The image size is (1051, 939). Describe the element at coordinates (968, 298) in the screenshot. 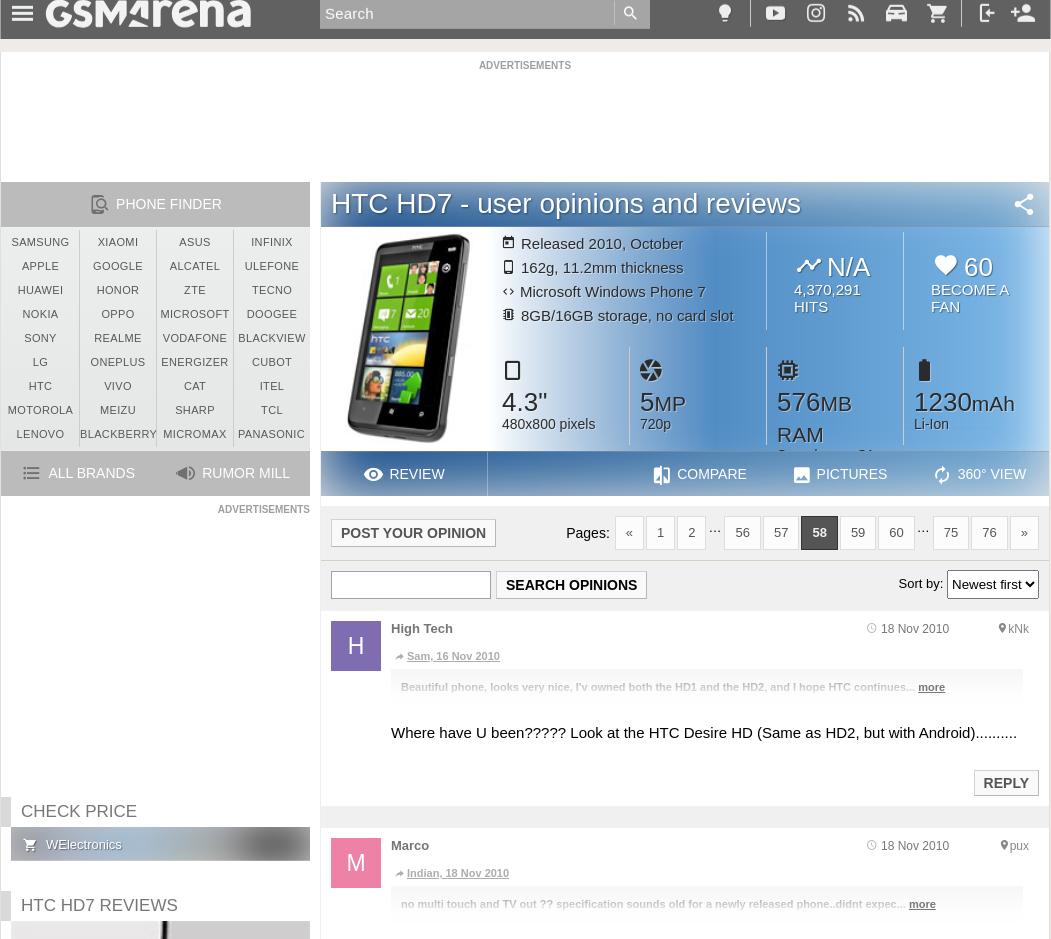

I see `'Become a fan'` at that location.